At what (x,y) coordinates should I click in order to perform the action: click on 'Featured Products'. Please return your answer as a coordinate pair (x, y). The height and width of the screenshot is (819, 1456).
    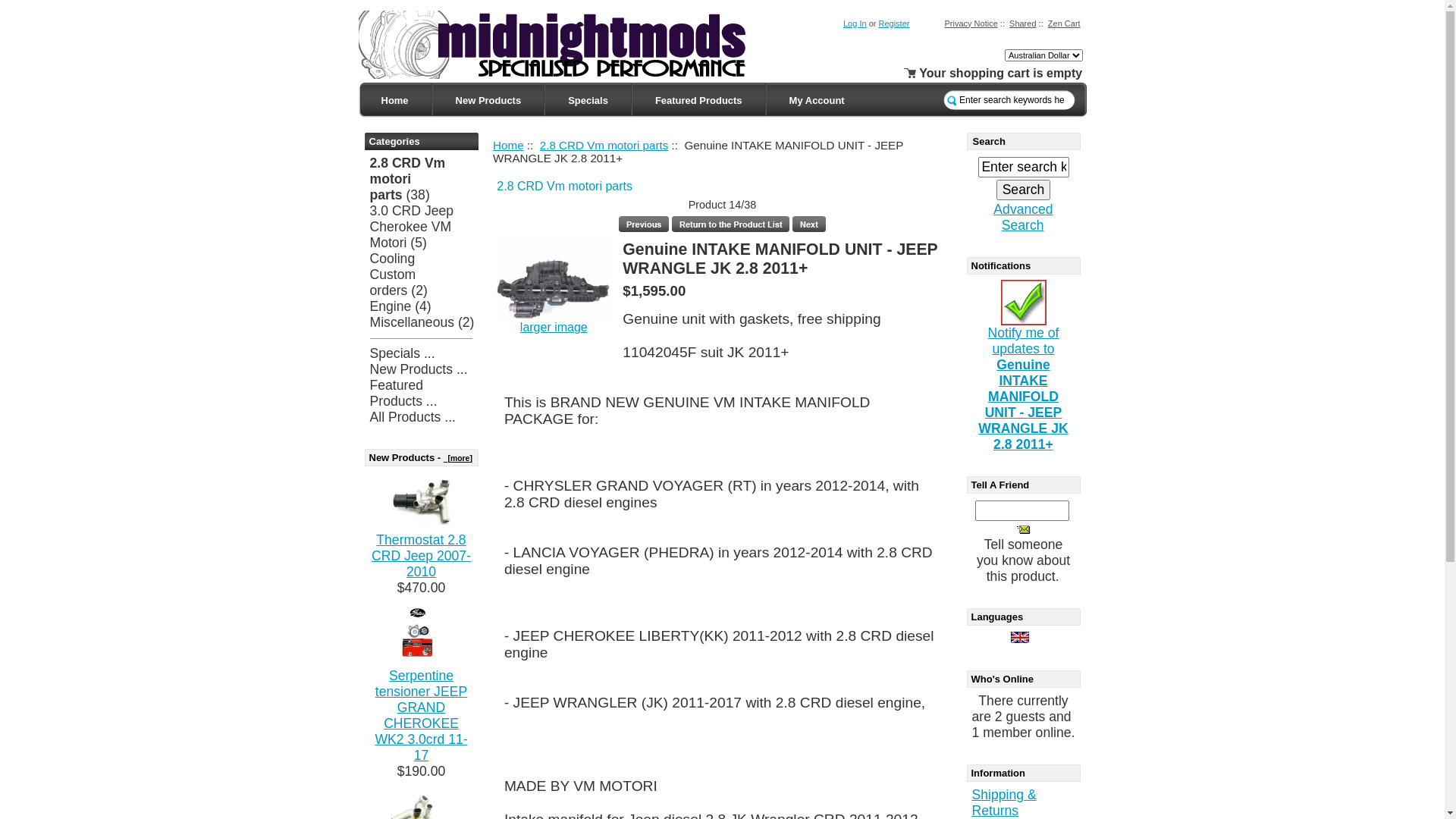
    Looking at the image, I should click on (698, 100).